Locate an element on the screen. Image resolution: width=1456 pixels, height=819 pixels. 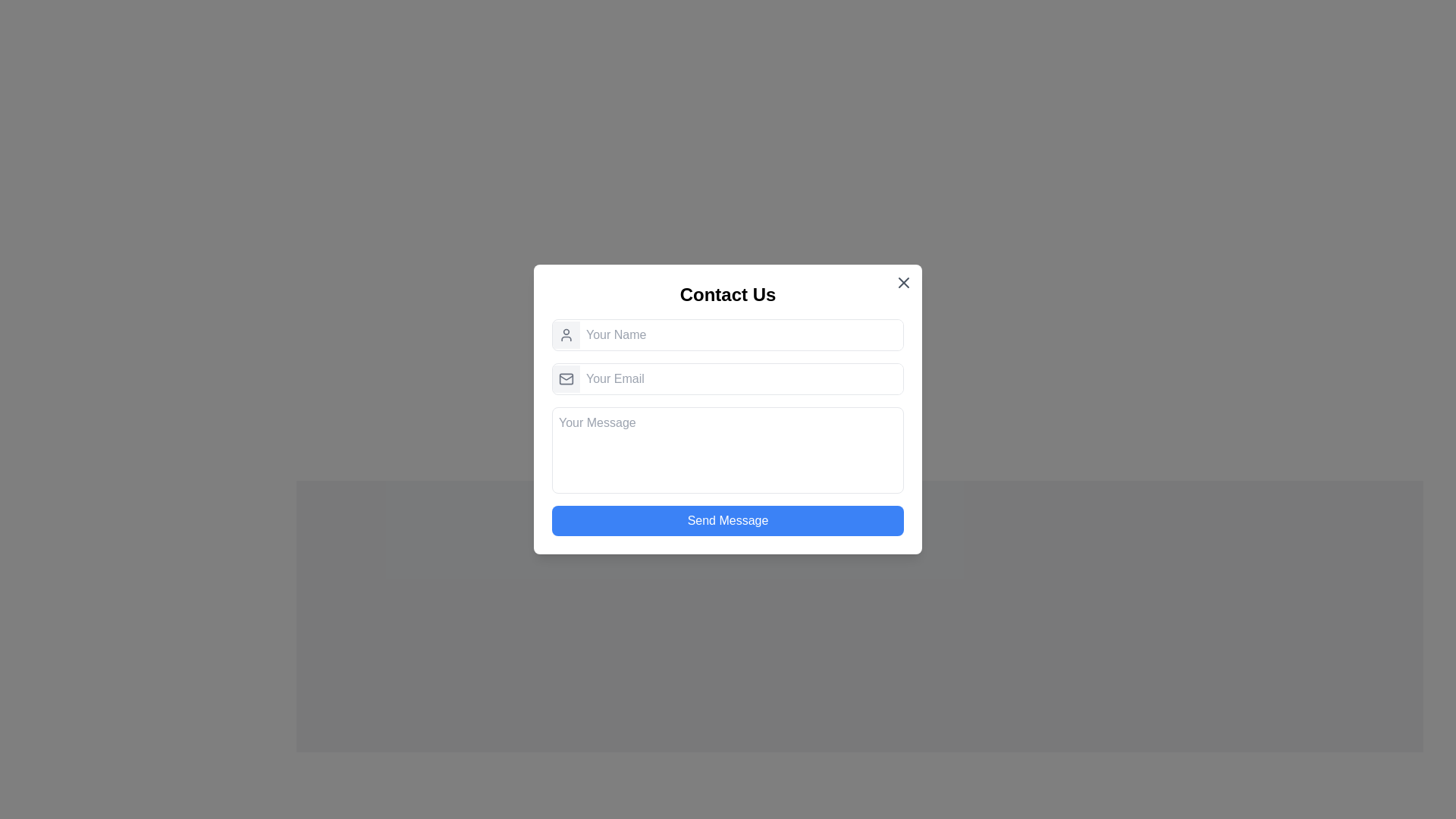
the user profile icon, which is a simplified person figure with rounded corners and a gray stroke, located within the 'Contact Us' form at the top left of the 'Your Name' input field is located at coordinates (566, 334).